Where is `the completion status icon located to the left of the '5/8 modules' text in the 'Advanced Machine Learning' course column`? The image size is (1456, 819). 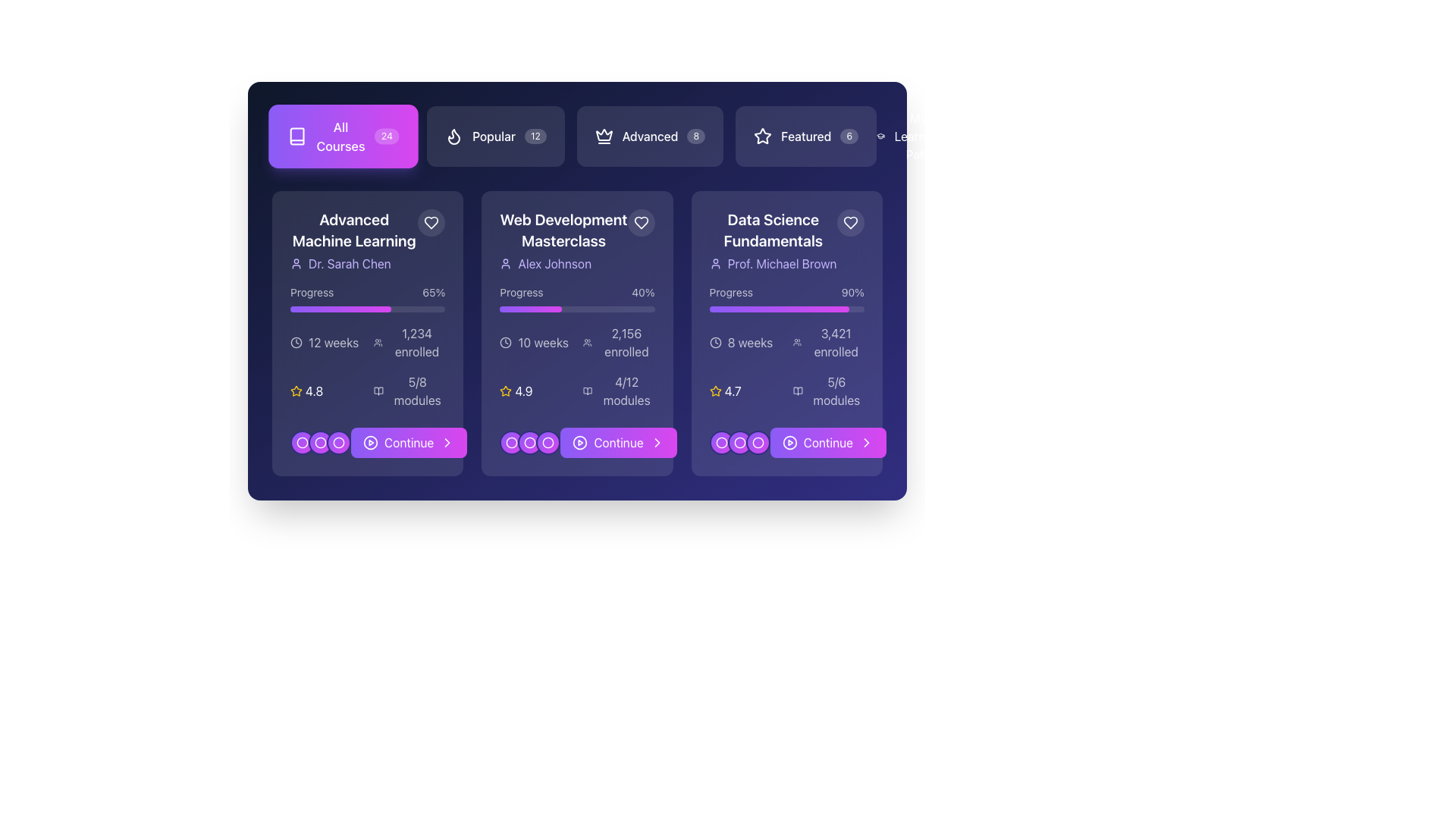 the completion status icon located to the left of the '5/8 modules' text in the 'Advanced Machine Learning' course column is located at coordinates (378, 391).